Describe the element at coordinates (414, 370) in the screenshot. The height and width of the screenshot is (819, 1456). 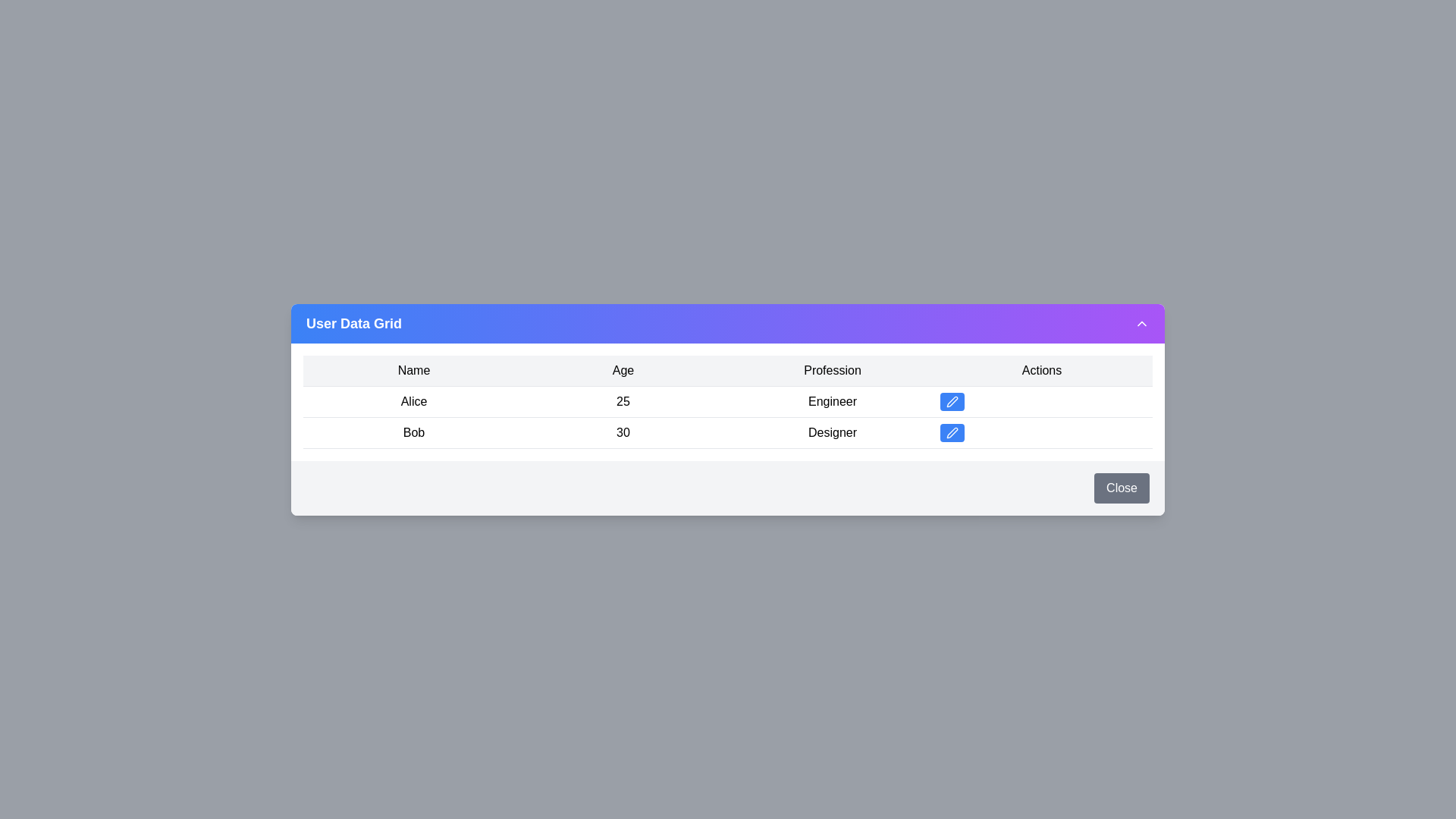
I see `the 'Name' text label, which is bold and centered in the header row of the data grid` at that location.